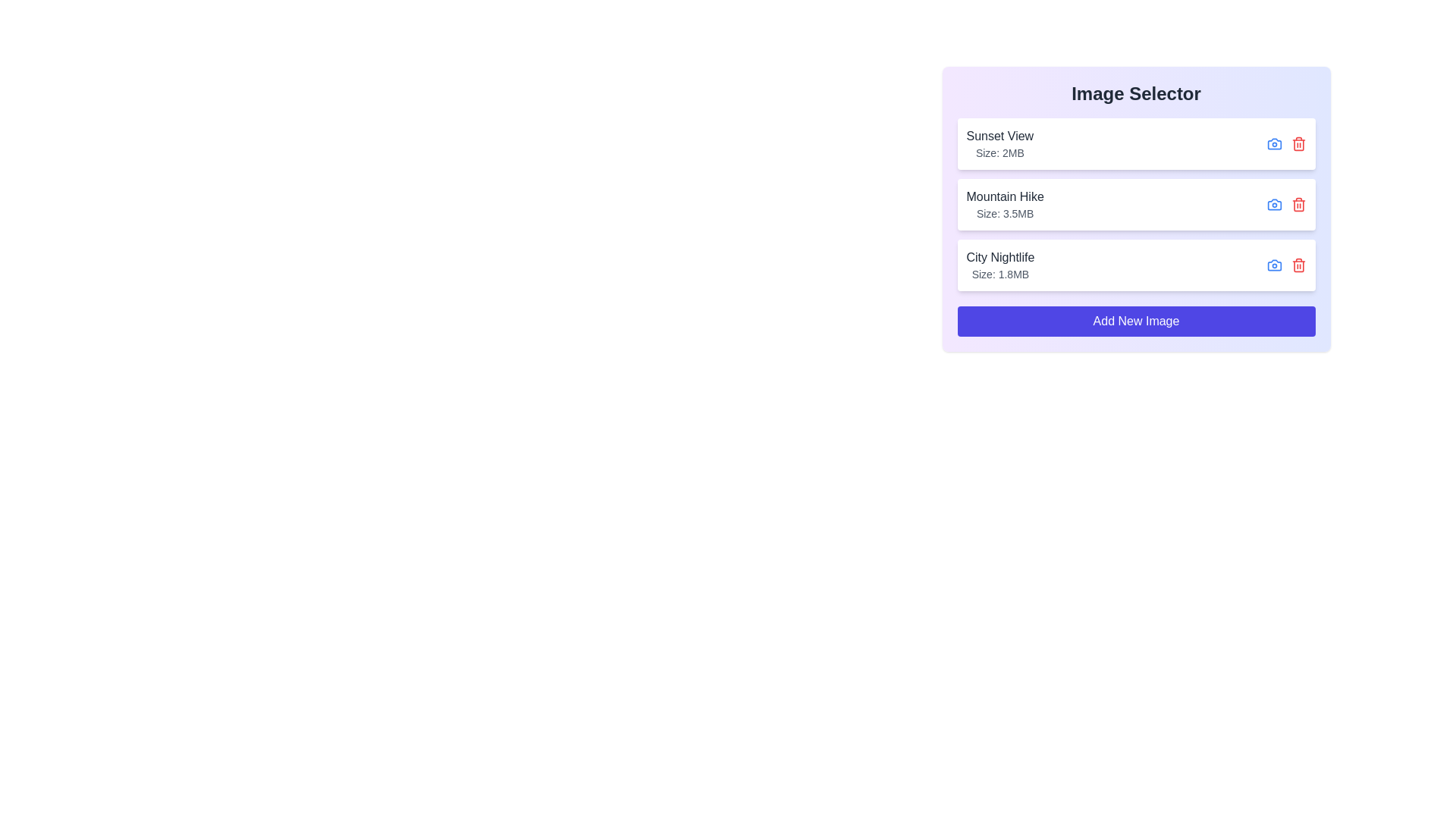  I want to click on the camera icon for Mountain Hike to view the image, so click(1274, 205).